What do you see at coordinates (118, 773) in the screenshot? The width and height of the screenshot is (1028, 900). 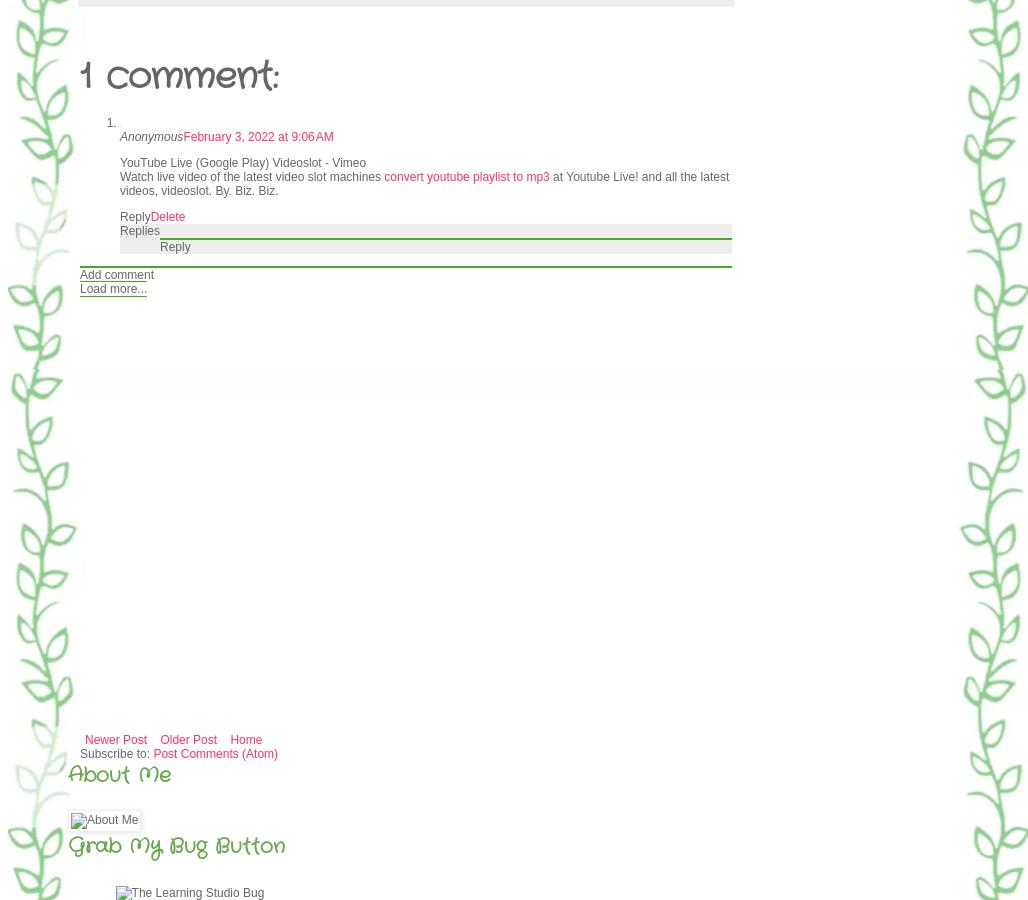 I see `'About Me'` at bounding box center [118, 773].